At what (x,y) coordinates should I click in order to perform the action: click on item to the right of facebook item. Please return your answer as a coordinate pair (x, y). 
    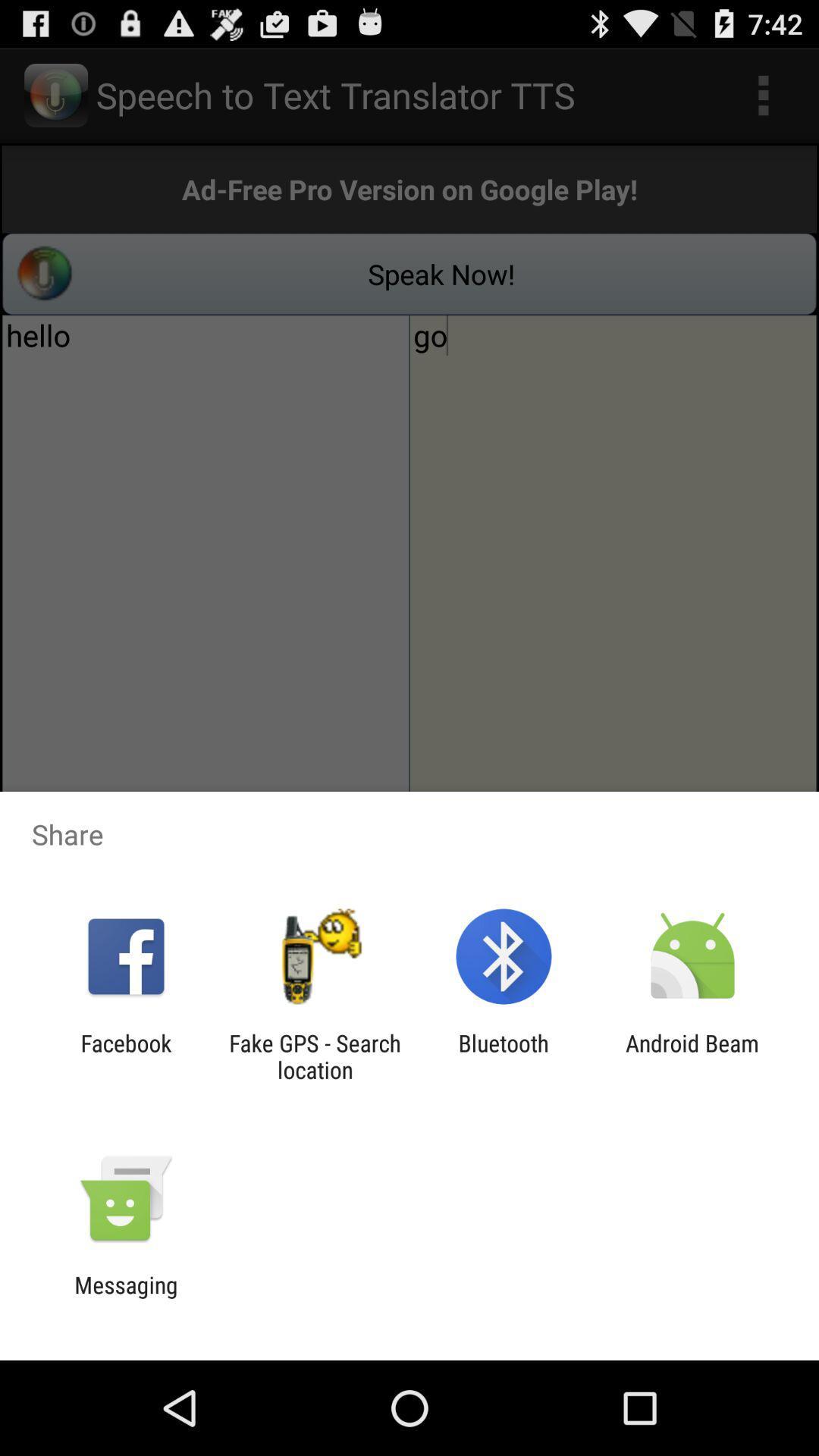
    Looking at the image, I should click on (314, 1056).